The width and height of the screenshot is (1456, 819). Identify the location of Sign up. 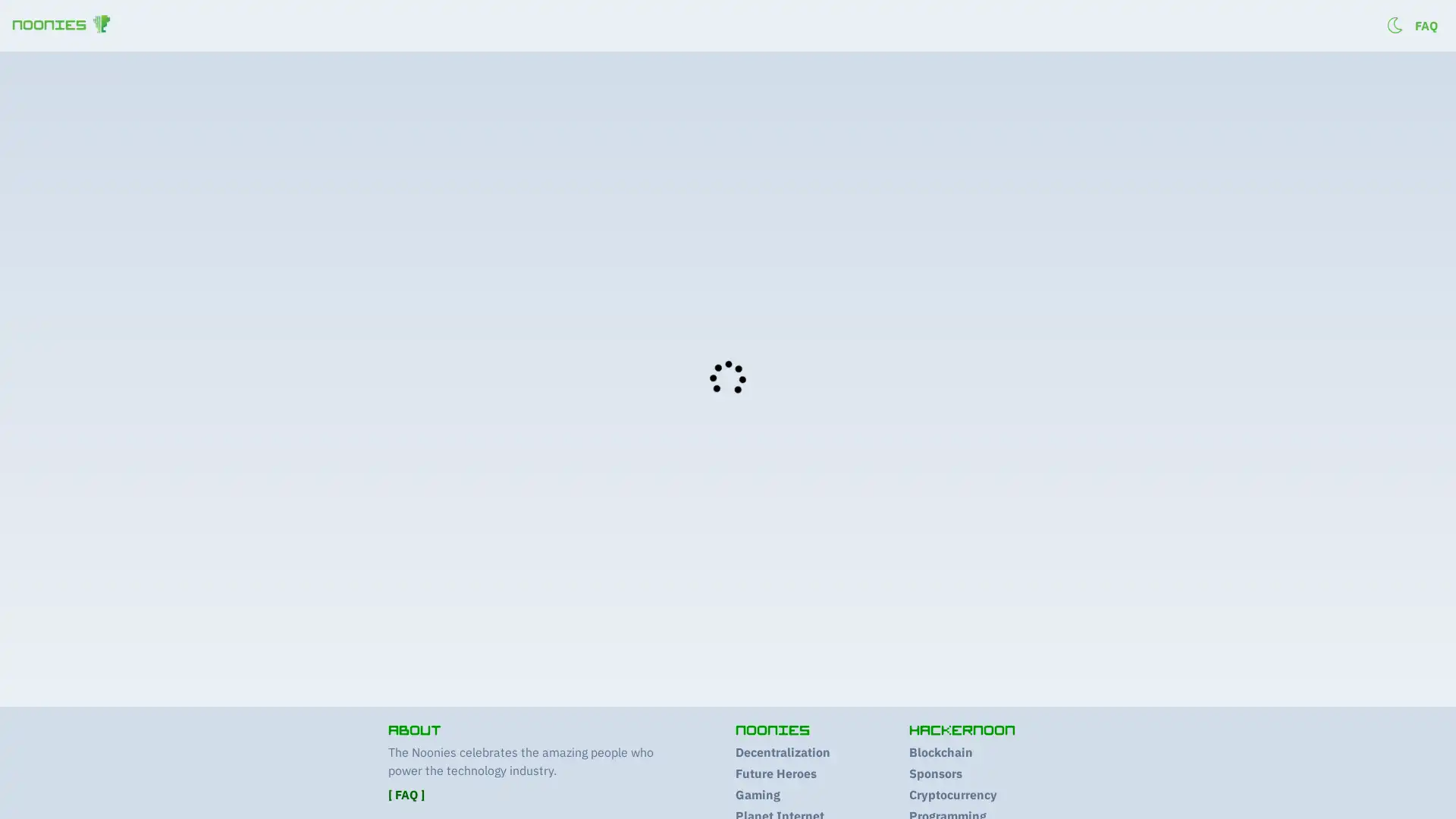
(1358, 27).